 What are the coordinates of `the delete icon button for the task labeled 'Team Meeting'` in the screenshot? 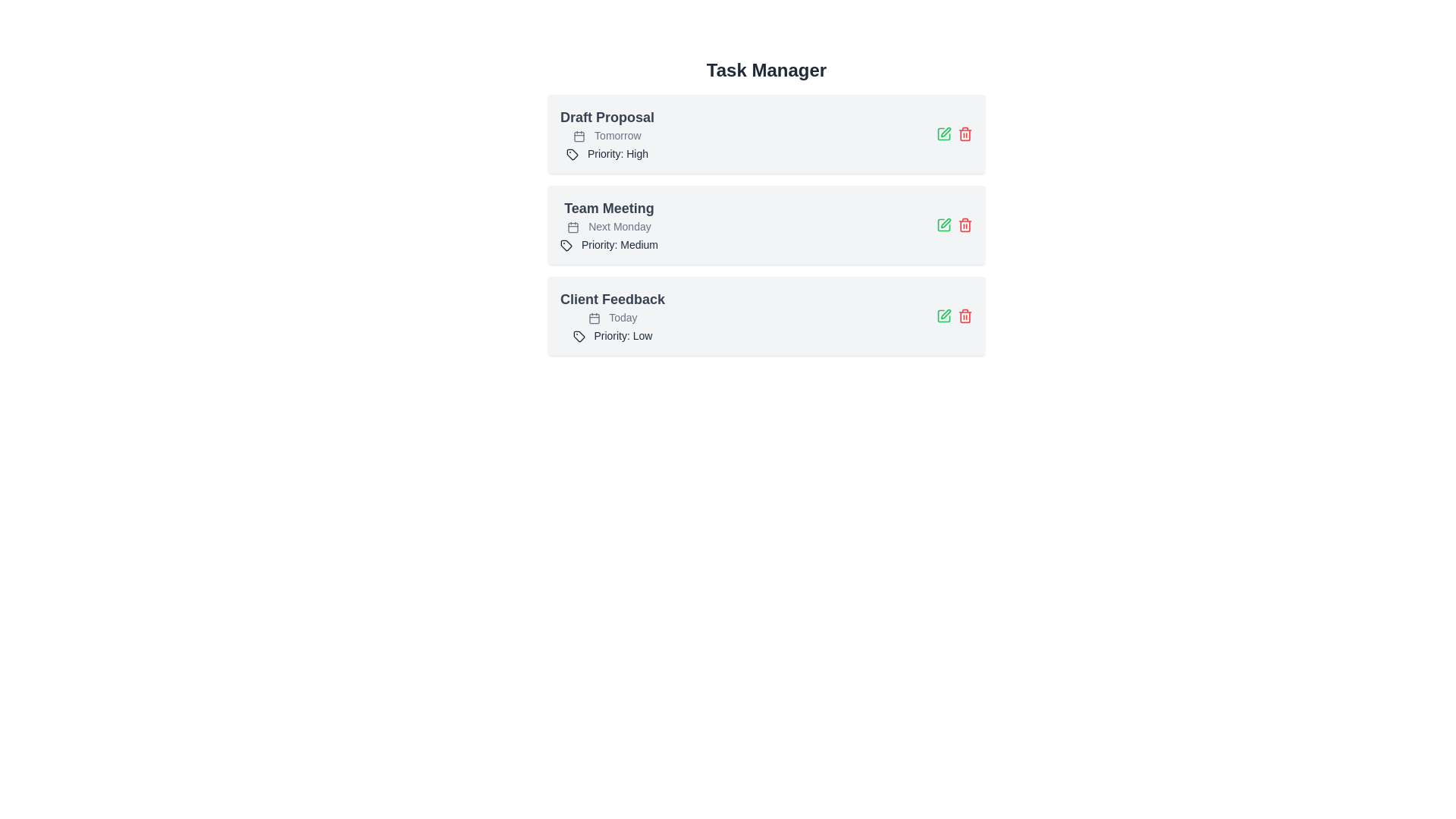 It's located at (964, 225).